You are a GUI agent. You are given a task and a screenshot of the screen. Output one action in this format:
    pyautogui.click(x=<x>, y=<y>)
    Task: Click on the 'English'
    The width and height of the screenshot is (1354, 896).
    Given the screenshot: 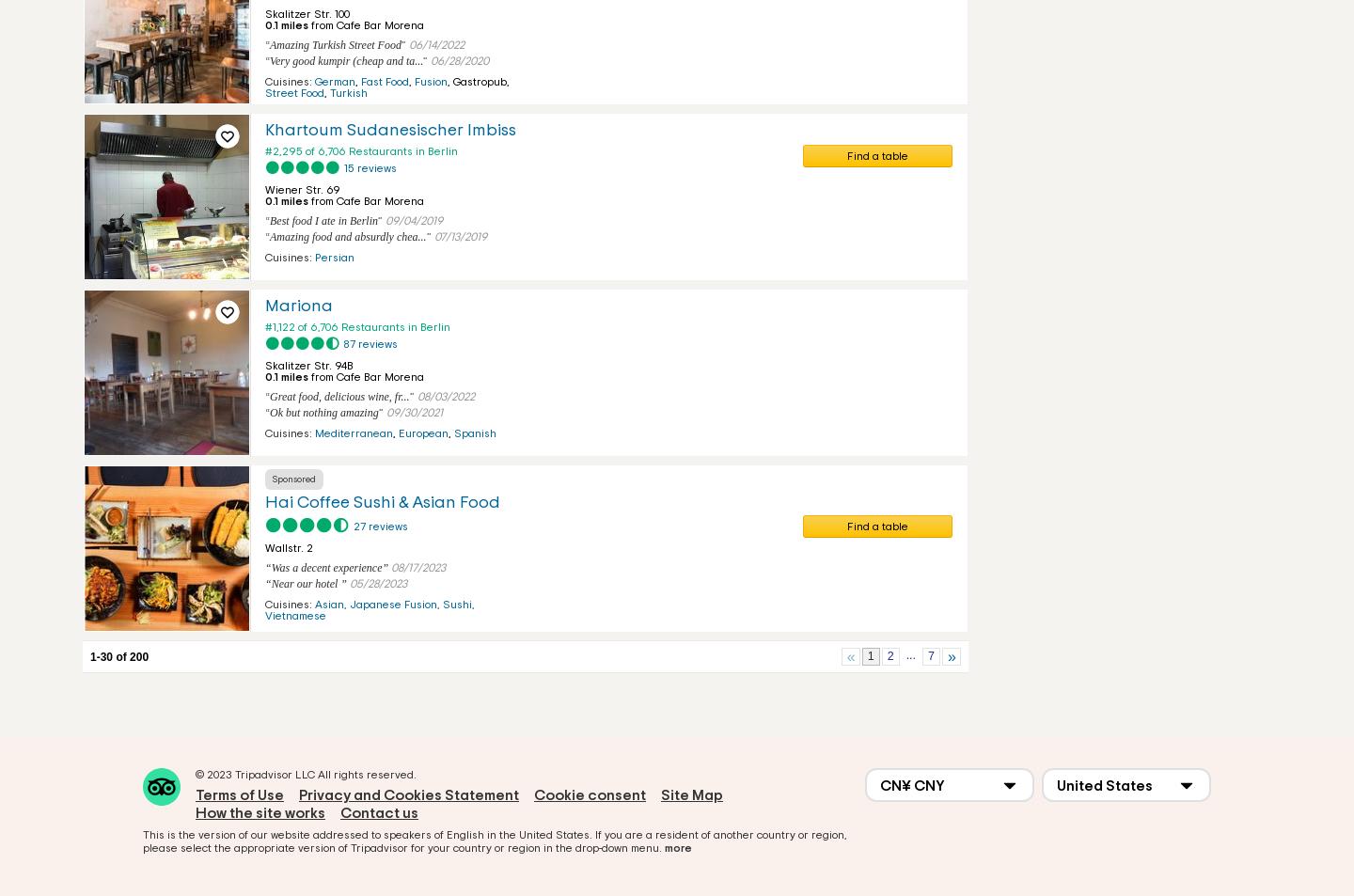 What is the action you would take?
    pyautogui.click(x=447, y=835)
    